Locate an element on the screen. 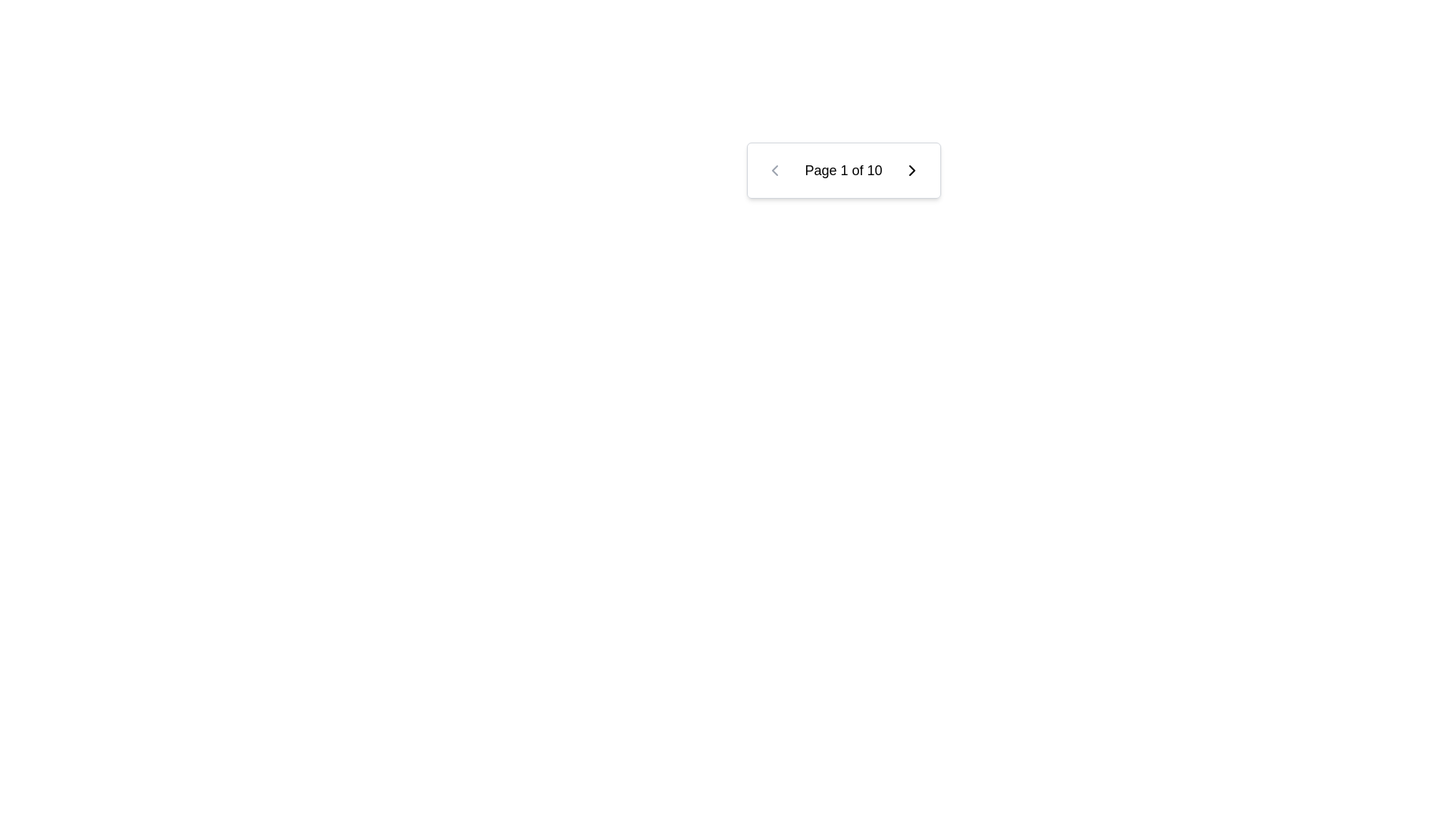 The image size is (1456, 819). the right-pointing chevron icon located at the far right of the navigation control to move to the next page is located at coordinates (912, 170).